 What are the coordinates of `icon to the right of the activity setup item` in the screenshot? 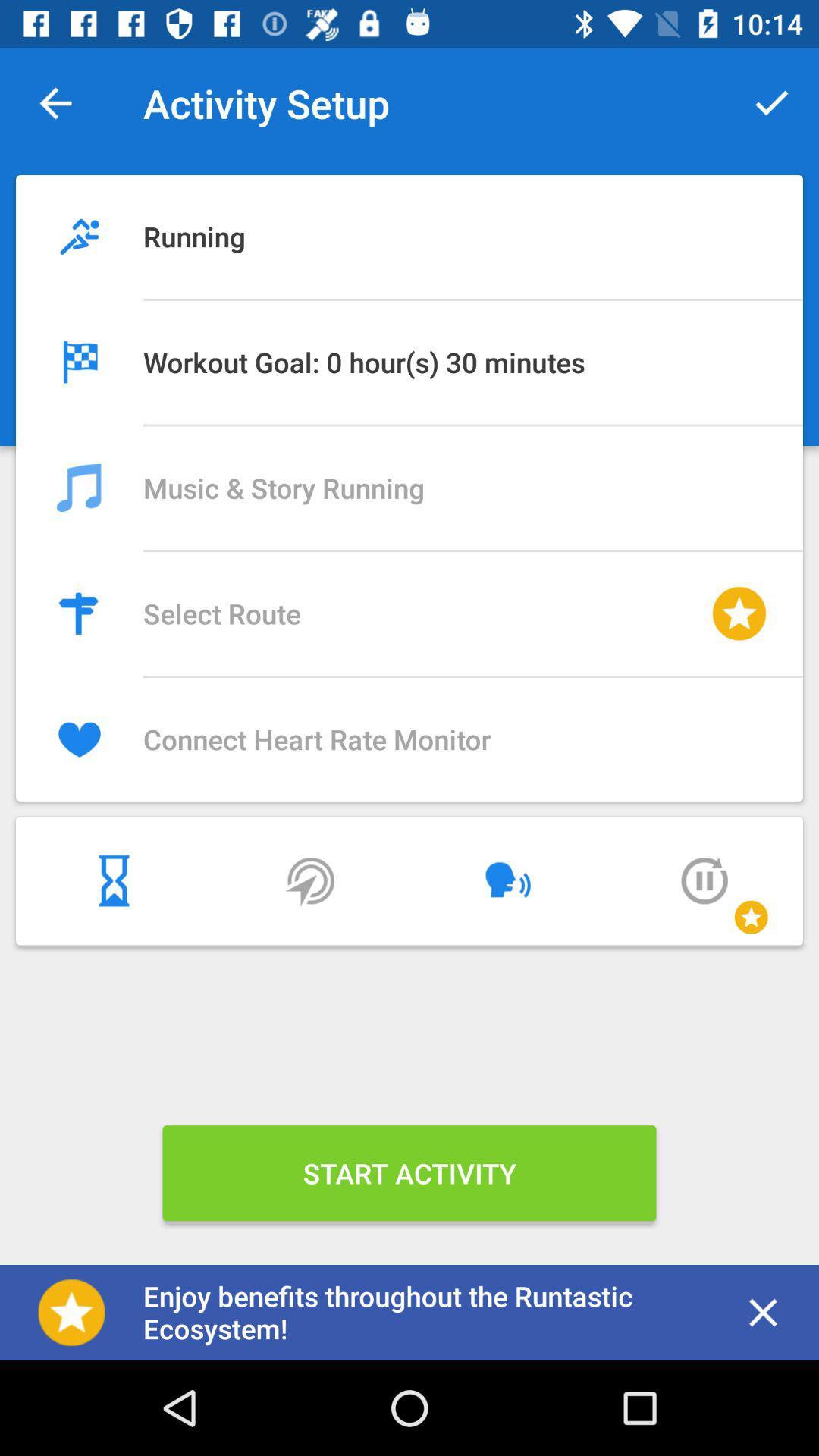 It's located at (771, 102).